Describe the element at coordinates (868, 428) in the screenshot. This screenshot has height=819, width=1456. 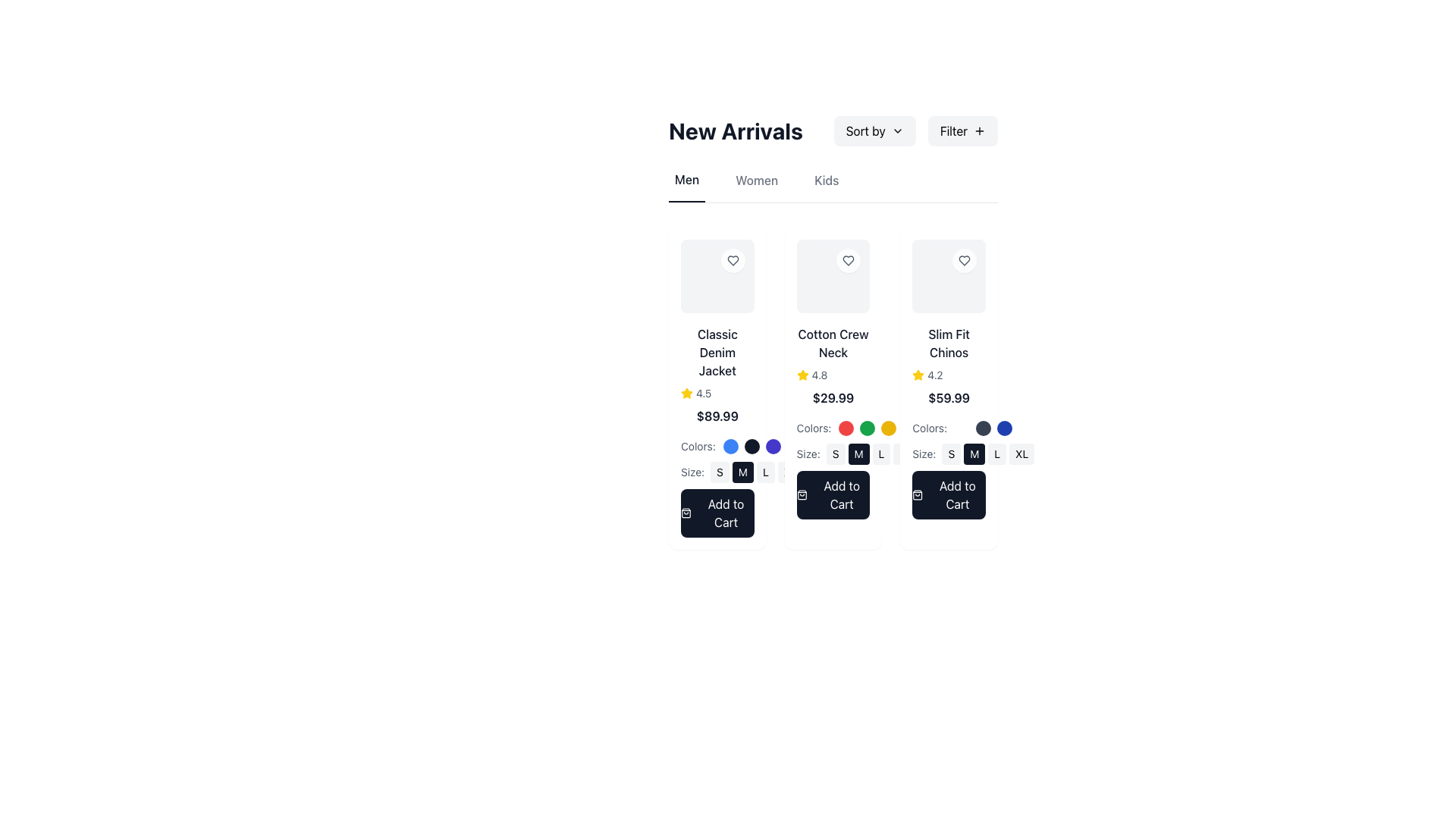
I see `the green circular button with a white border, which is the second button in the group of three color selection buttons located below the 'Cotton Crew Neck' item details in the 'New Arrivals' section` at that location.